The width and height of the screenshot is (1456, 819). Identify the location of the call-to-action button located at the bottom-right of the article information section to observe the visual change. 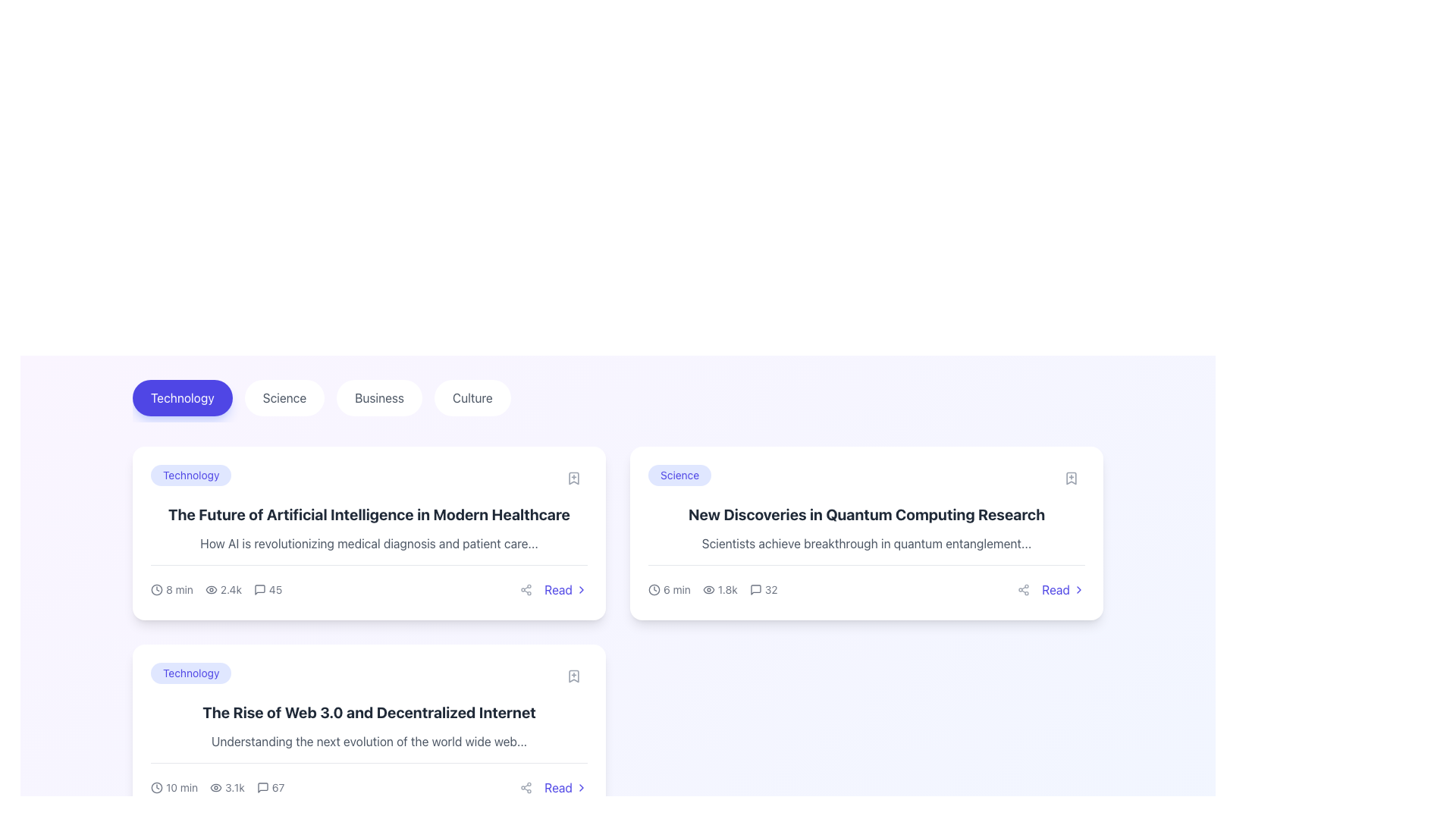
(550, 786).